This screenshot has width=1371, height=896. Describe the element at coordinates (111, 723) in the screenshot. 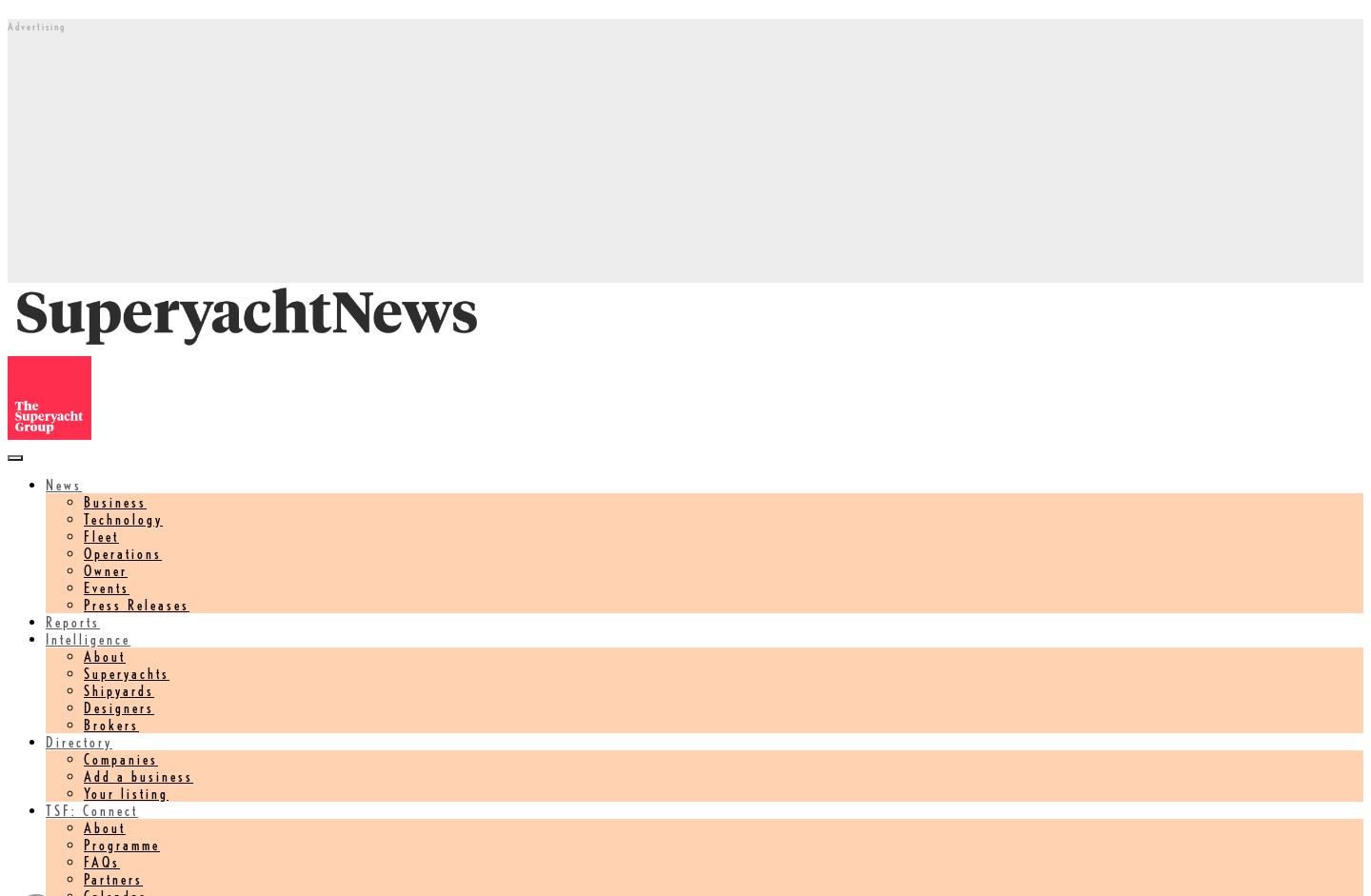

I see `'Brokers'` at that location.